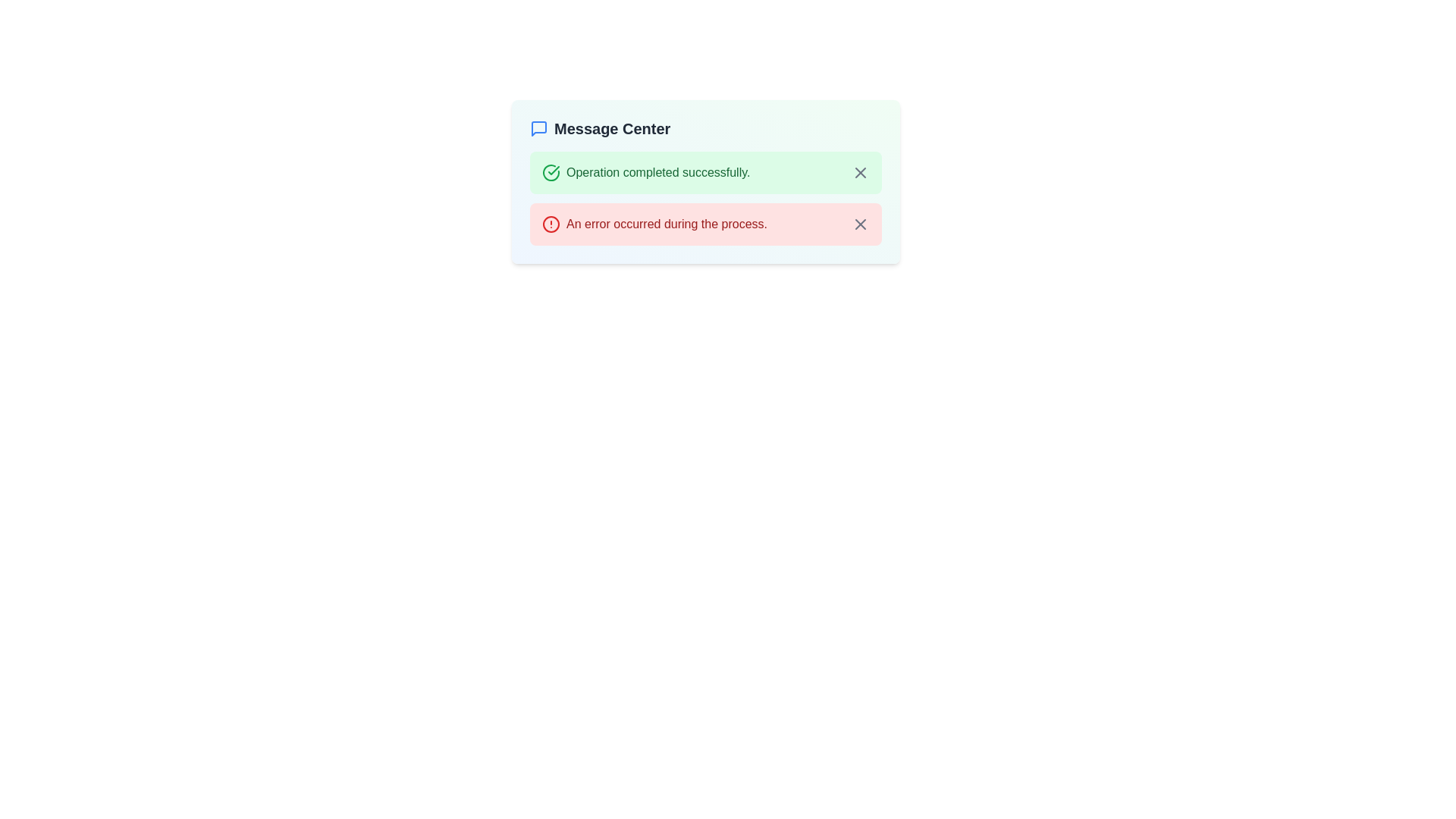  I want to click on the error icon located to the immediate left of the text 'An error occurred during the process.' in the second entry of the notification component under 'Message Center', so click(550, 224).